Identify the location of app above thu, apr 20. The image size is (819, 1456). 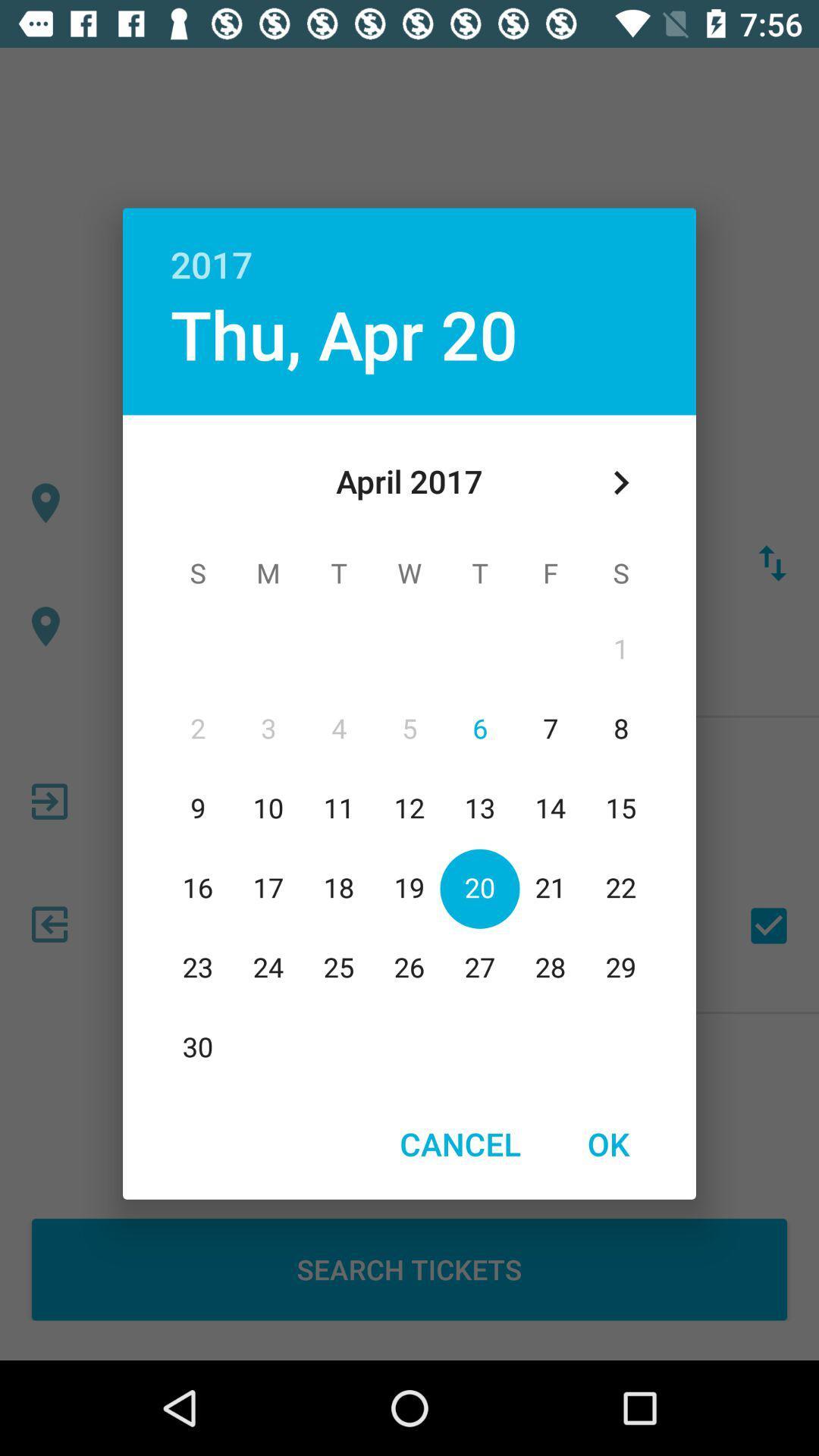
(409, 248).